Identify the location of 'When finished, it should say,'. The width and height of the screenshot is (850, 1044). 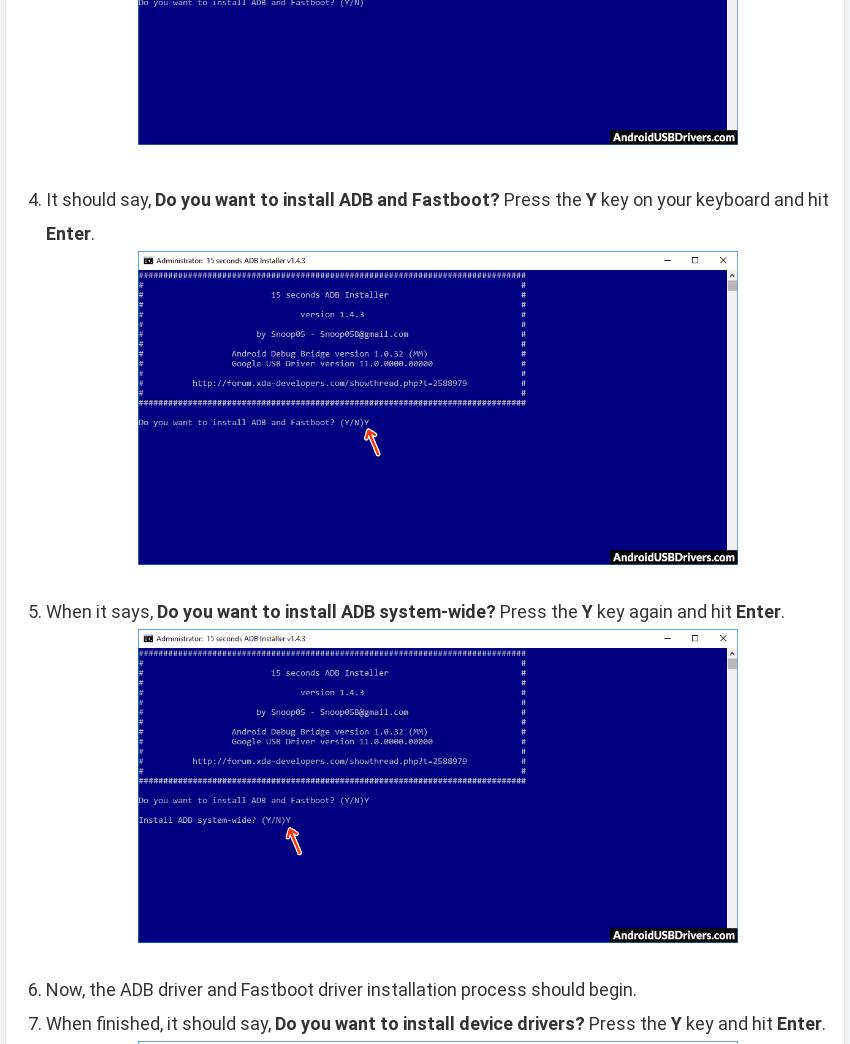
(160, 1022).